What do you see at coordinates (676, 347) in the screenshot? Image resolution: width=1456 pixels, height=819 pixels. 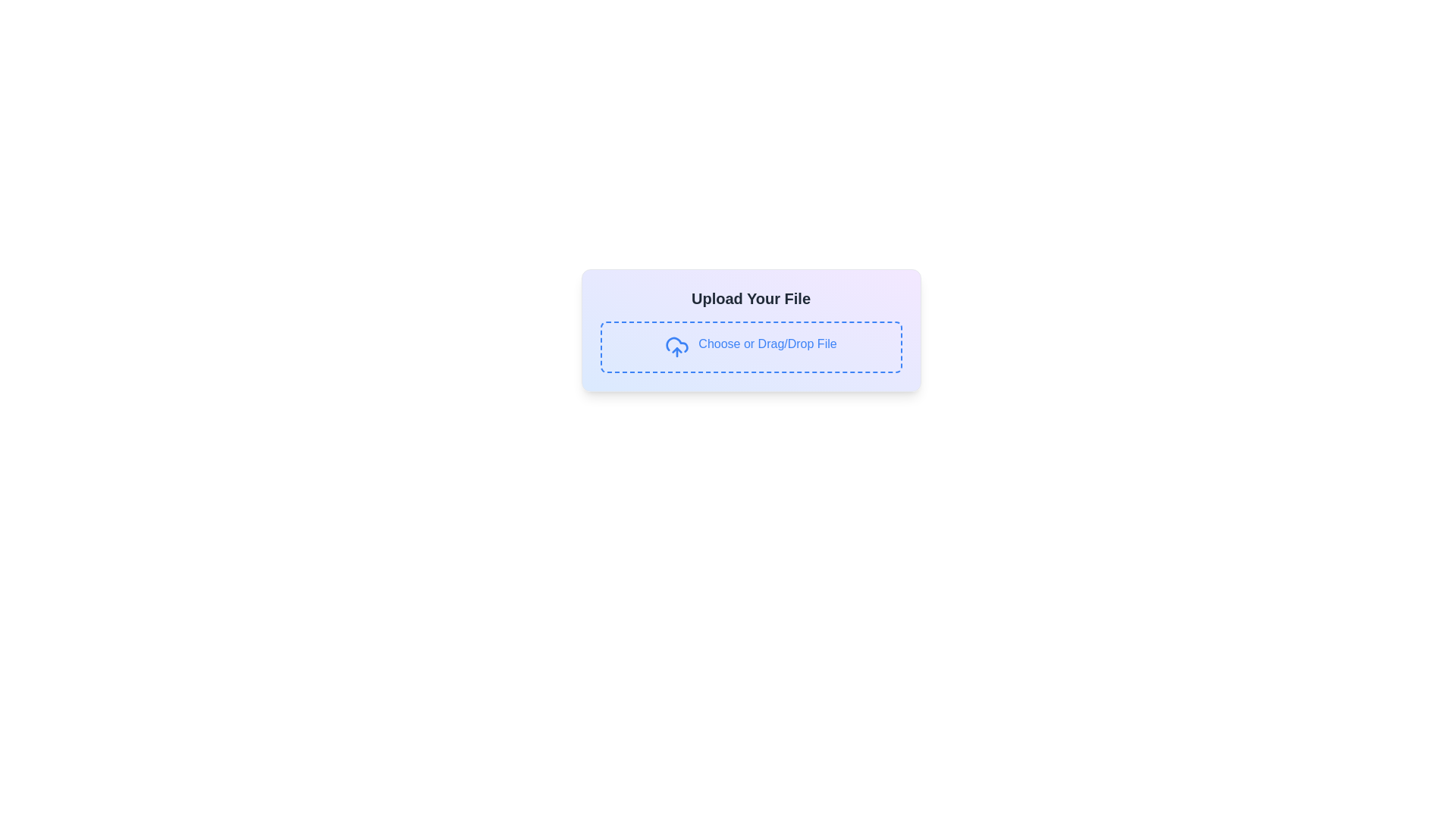 I see `the upload icon, which is a cloud with an upward arrow, located within a dashed-bordered rectangle next to the text 'Choose or Drag/Drop File'` at bounding box center [676, 347].